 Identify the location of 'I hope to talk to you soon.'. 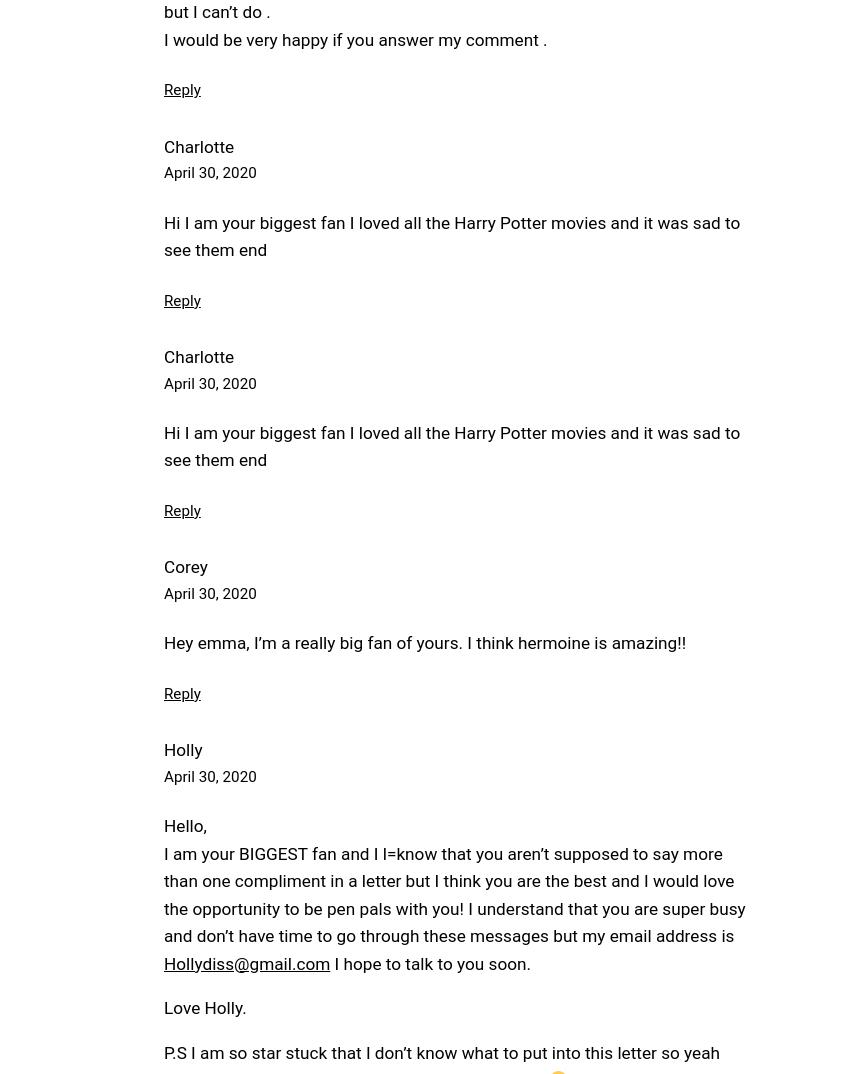
(429, 962).